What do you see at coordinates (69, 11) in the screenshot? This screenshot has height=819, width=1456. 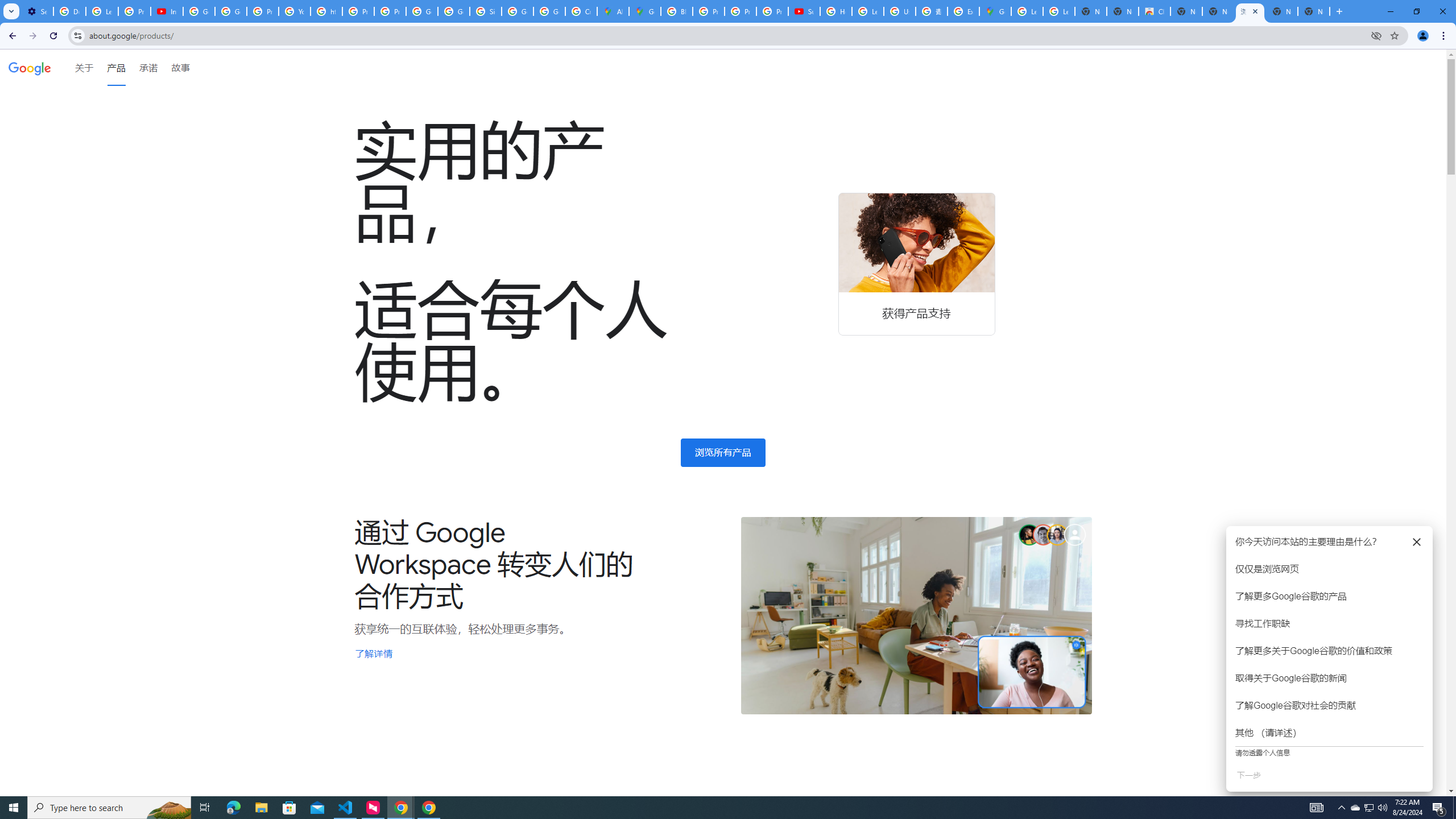 I see `'Delete photos & videos - Computer - Google Photos Help'` at bounding box center [69, 11].